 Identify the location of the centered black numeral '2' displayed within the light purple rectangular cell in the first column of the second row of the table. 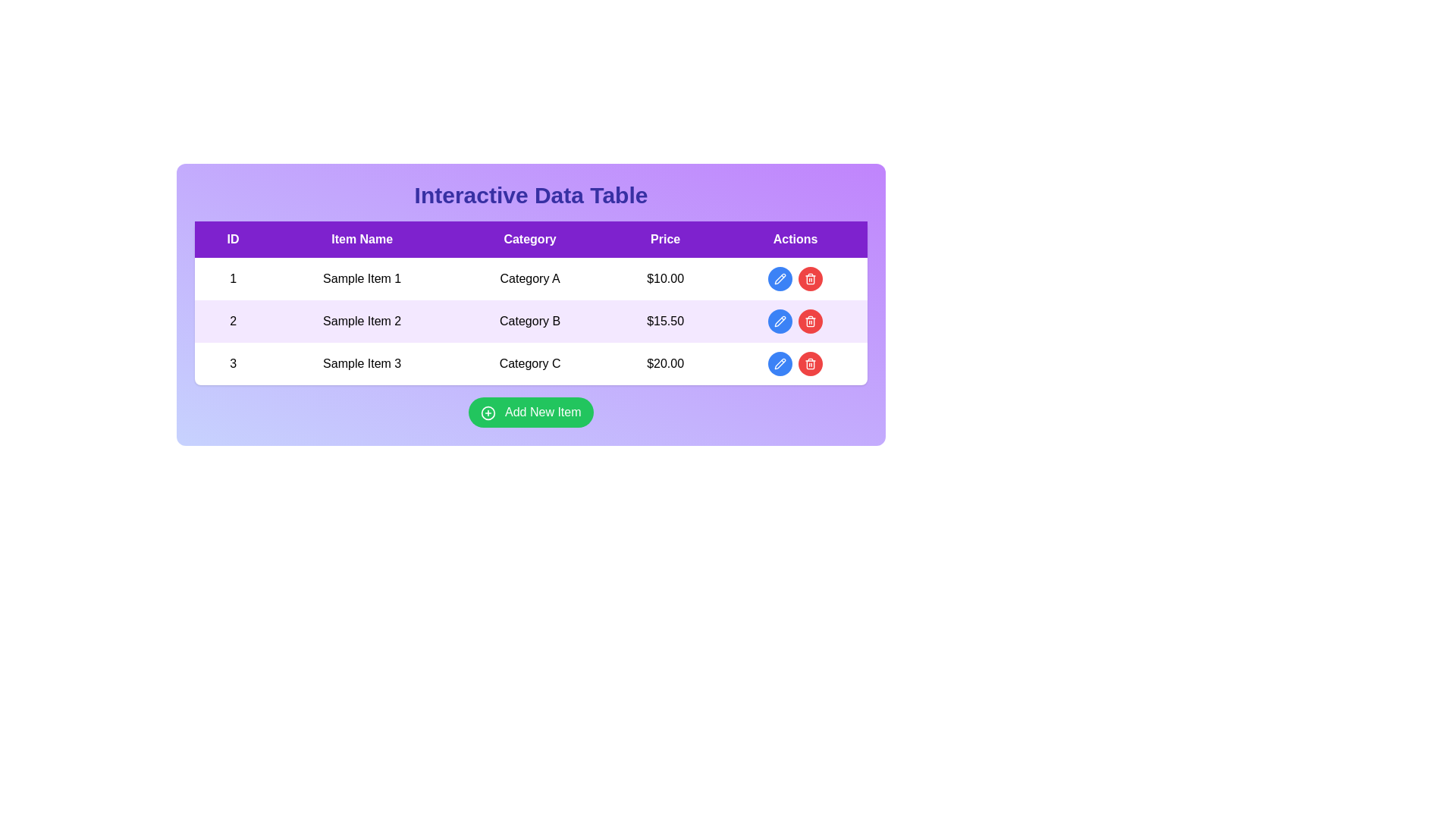
(232, 321).